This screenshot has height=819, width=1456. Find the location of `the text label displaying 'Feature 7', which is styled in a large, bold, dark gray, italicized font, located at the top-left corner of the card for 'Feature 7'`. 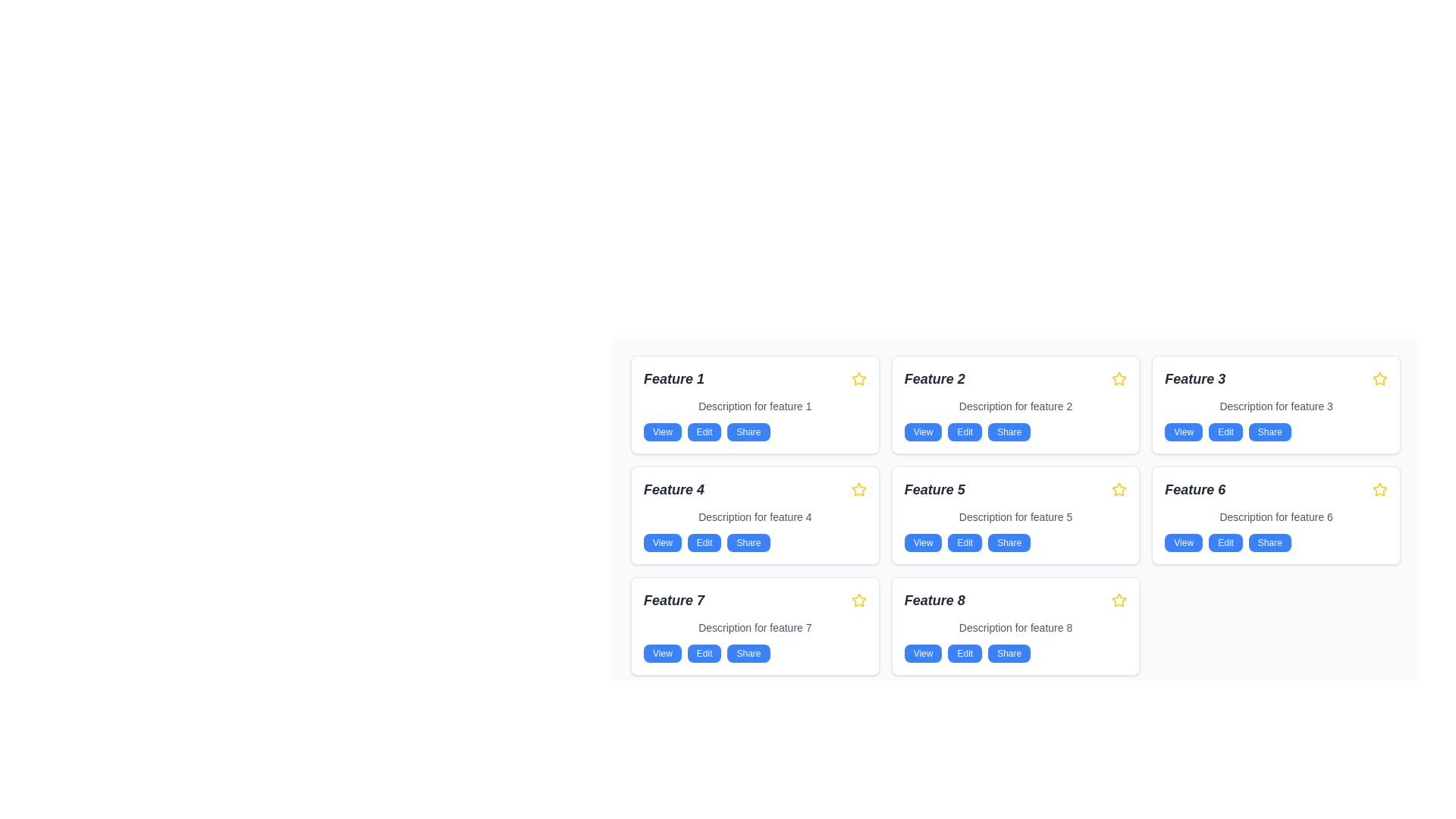

the text label displaying 'Feature 7', which is styled in a large, bold, dark gray, italicized font, located at the top-left corner of the card for 'Feature 7' is located at coordinates (673, 599).